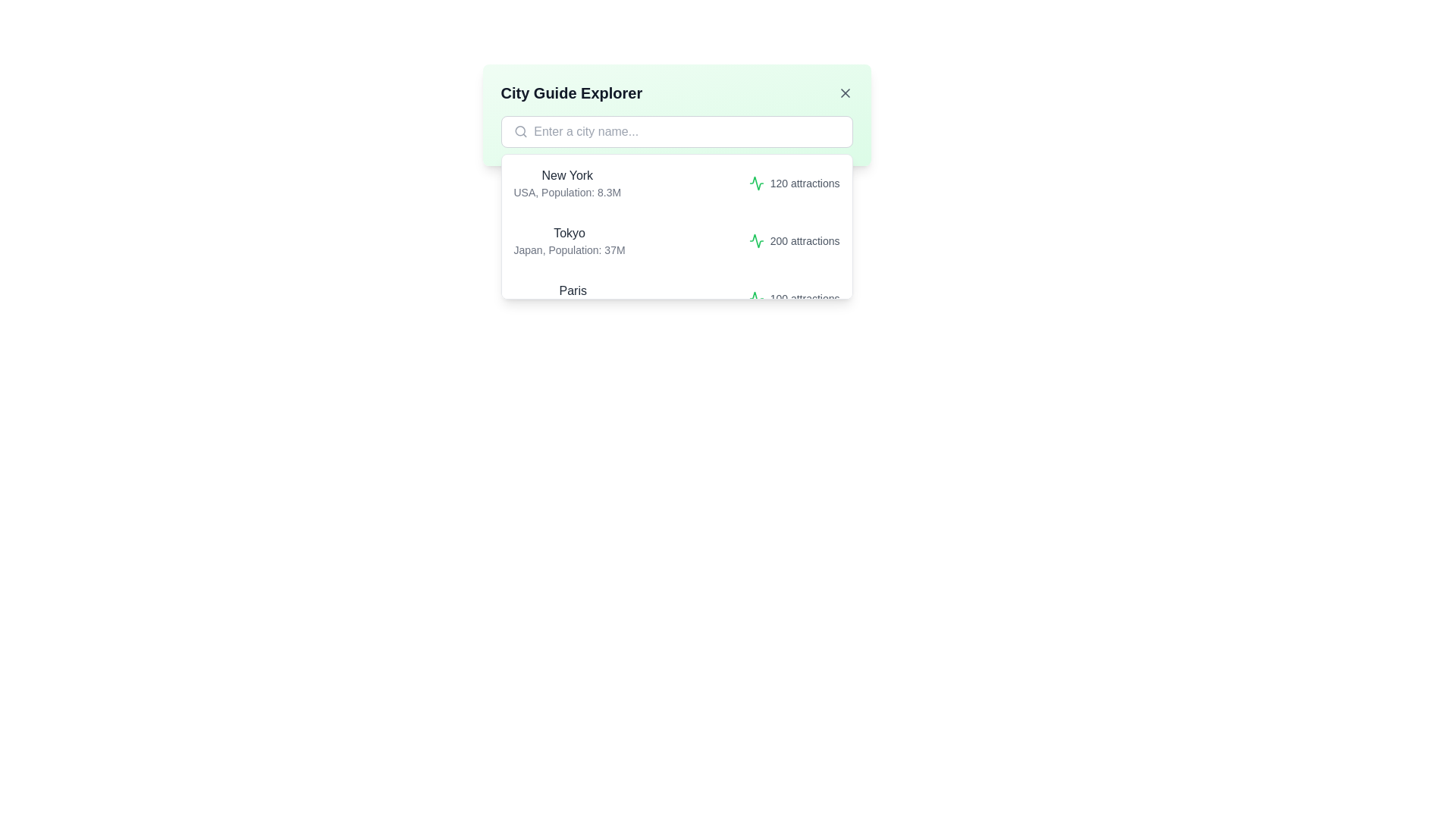  I want to click on the dropdown menu option displaying 'Tokyo', so click(676, 240).